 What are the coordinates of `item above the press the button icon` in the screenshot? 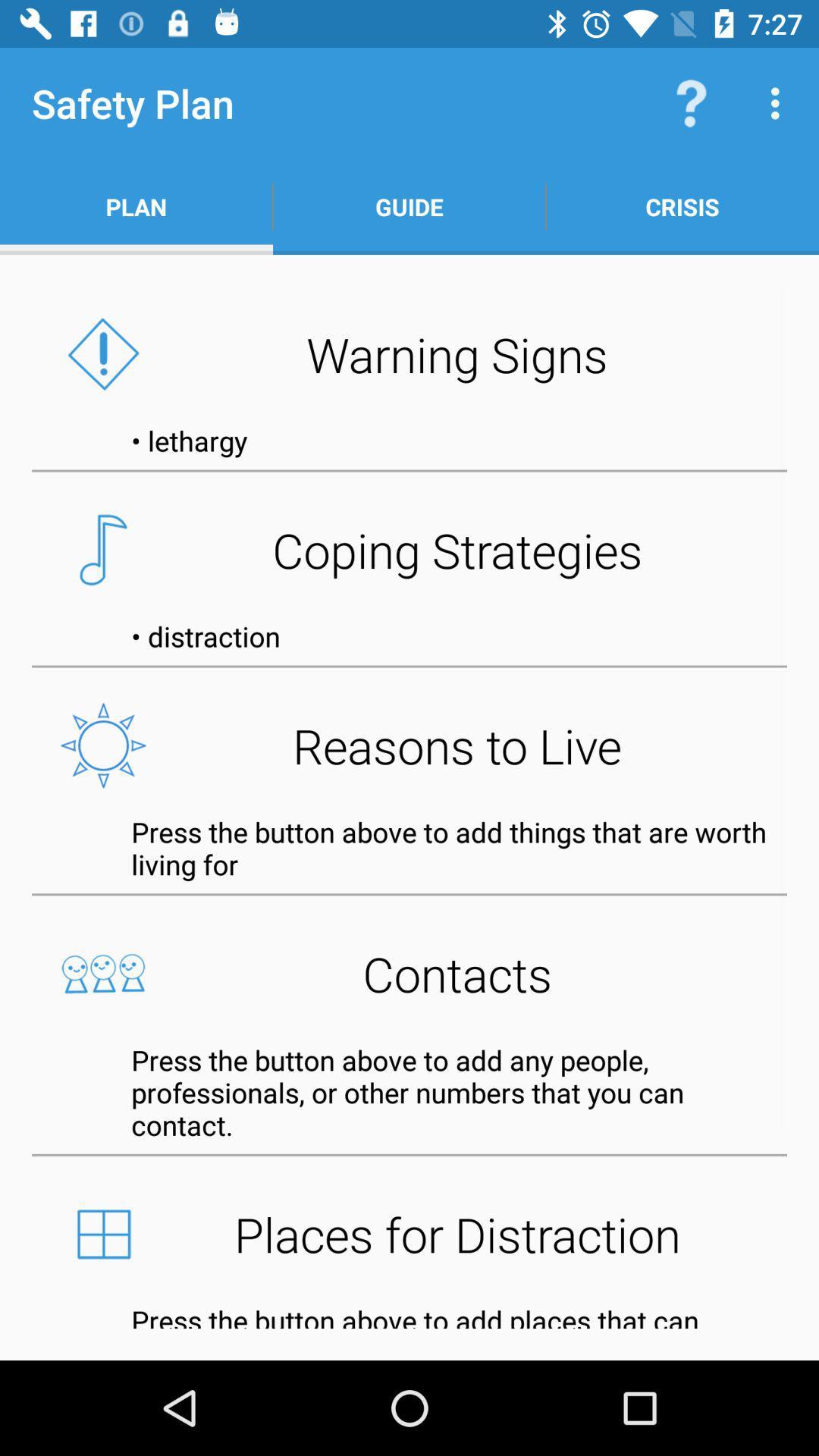 It's located at (409, 745).